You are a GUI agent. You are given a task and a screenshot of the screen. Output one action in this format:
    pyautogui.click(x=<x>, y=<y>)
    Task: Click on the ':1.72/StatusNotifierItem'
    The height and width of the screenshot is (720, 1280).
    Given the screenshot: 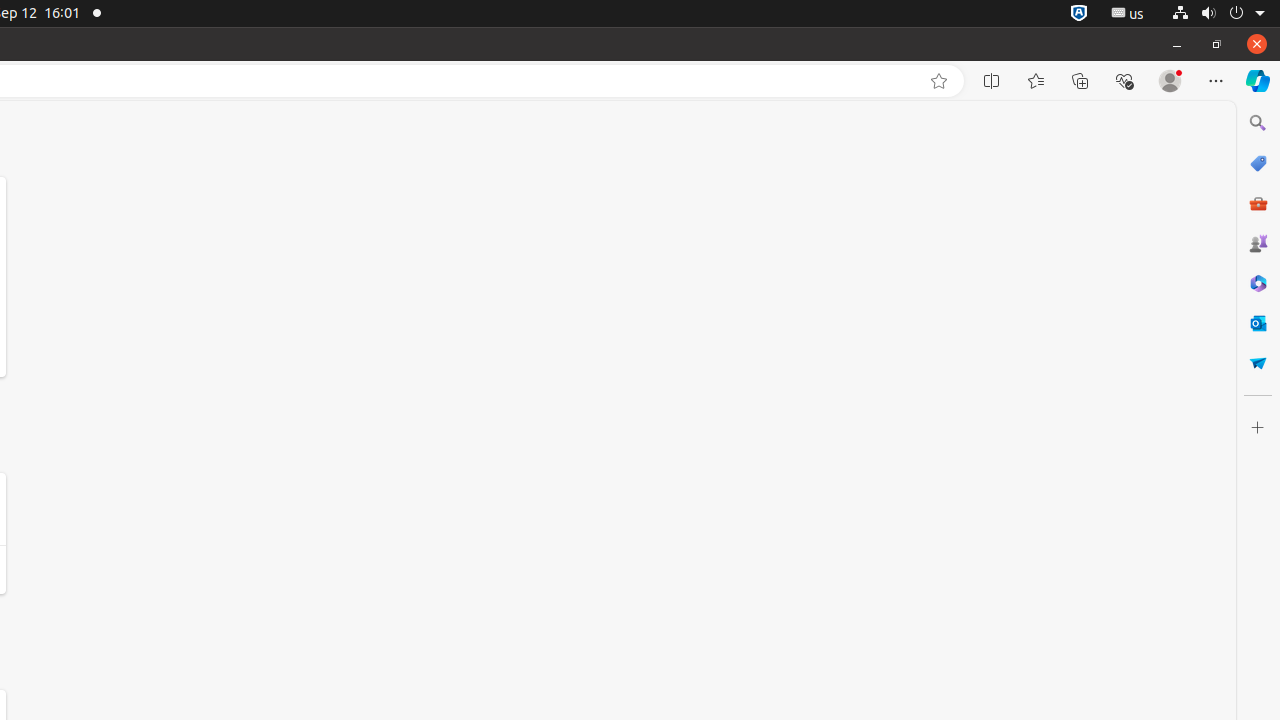 What is the action you would take?
    pyautogui.click(x=1078, y=13)
    